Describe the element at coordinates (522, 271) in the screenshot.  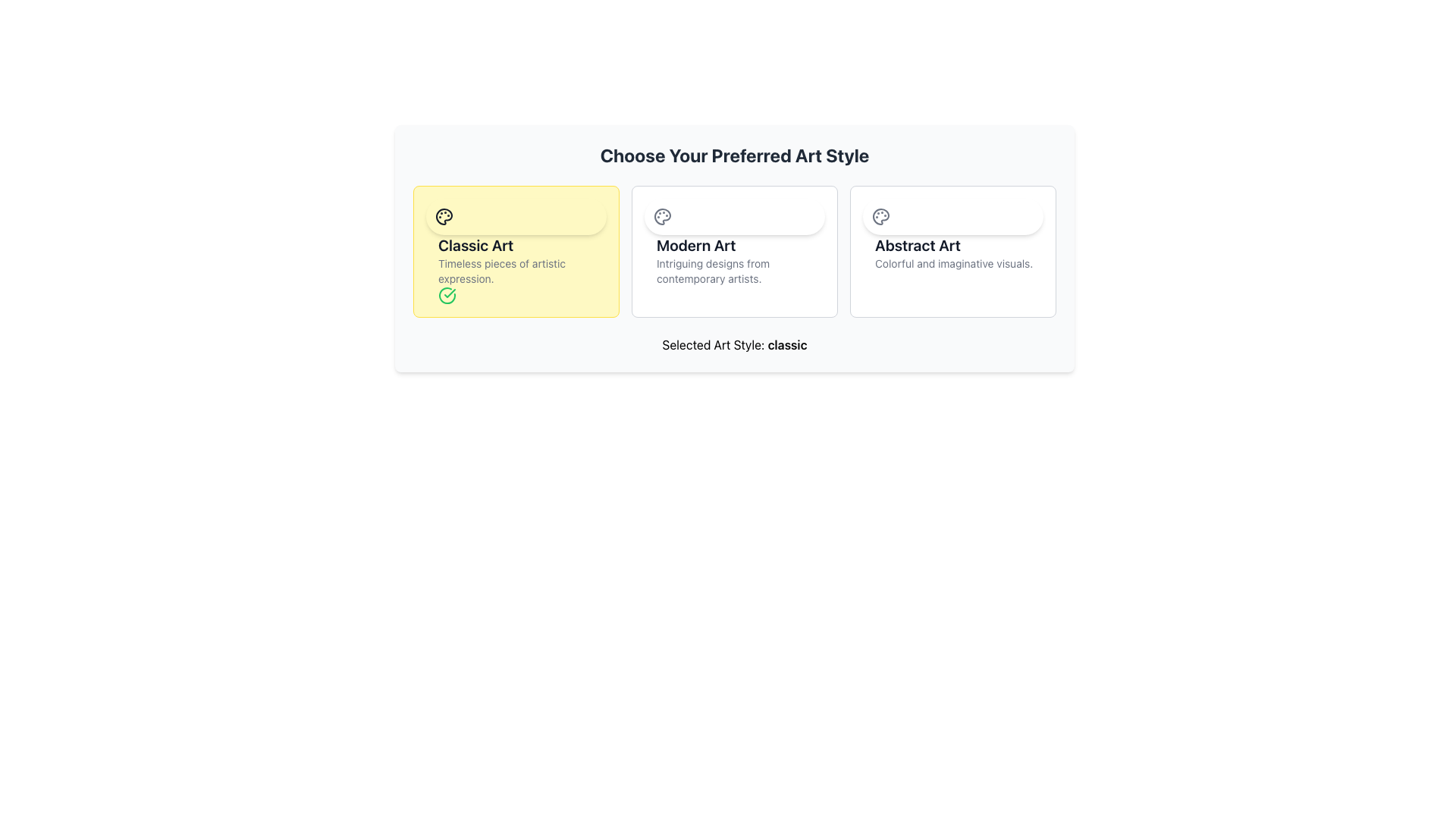
I see `the text element styled as a subtitle that contains the phrase 'Timeless pieces of artistic expression', located below the 'Classic Art' heading in the yellow-highlighted option card` at that location.